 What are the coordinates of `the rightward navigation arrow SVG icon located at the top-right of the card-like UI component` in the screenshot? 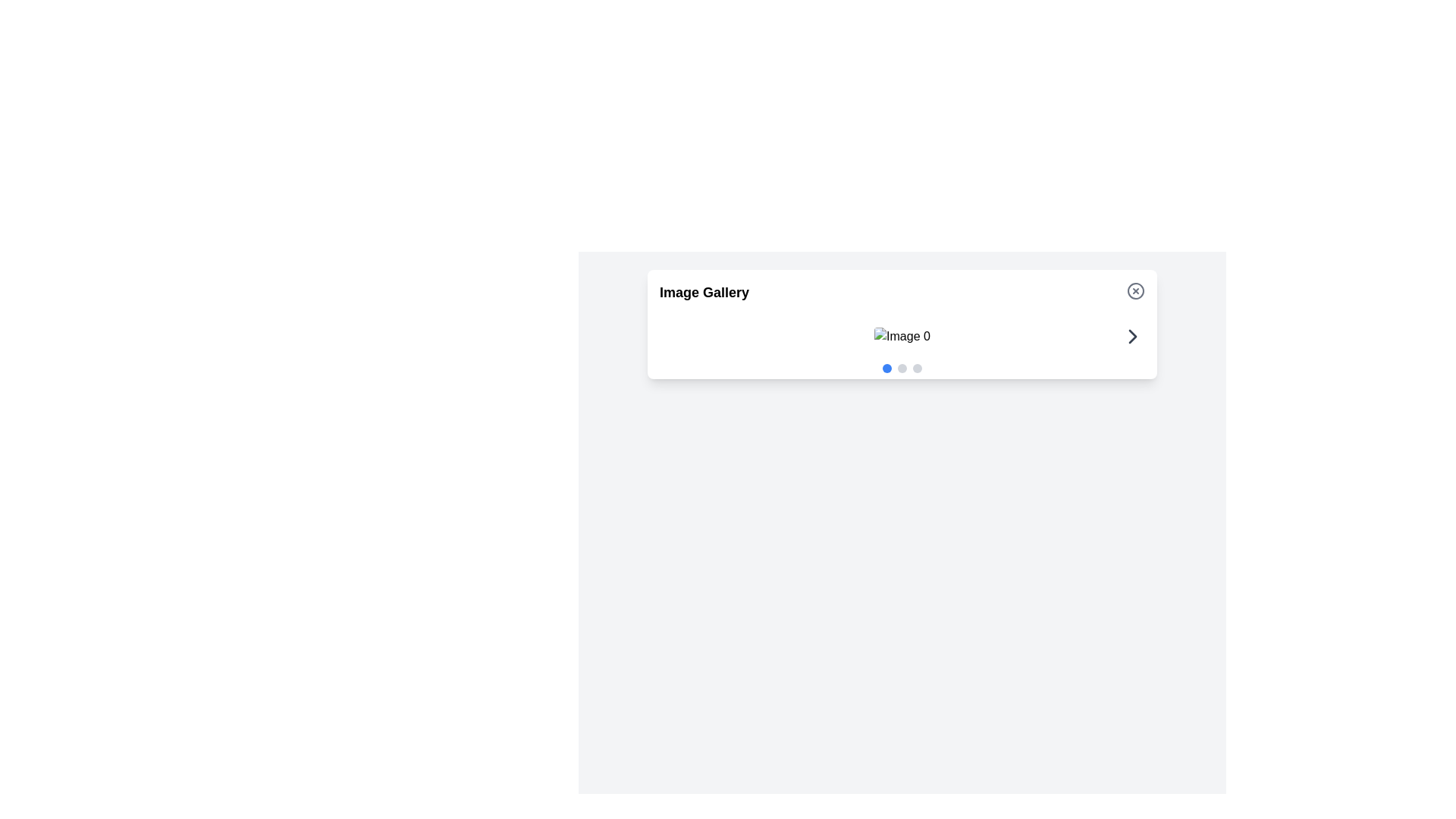 It's located at (1132, 335).